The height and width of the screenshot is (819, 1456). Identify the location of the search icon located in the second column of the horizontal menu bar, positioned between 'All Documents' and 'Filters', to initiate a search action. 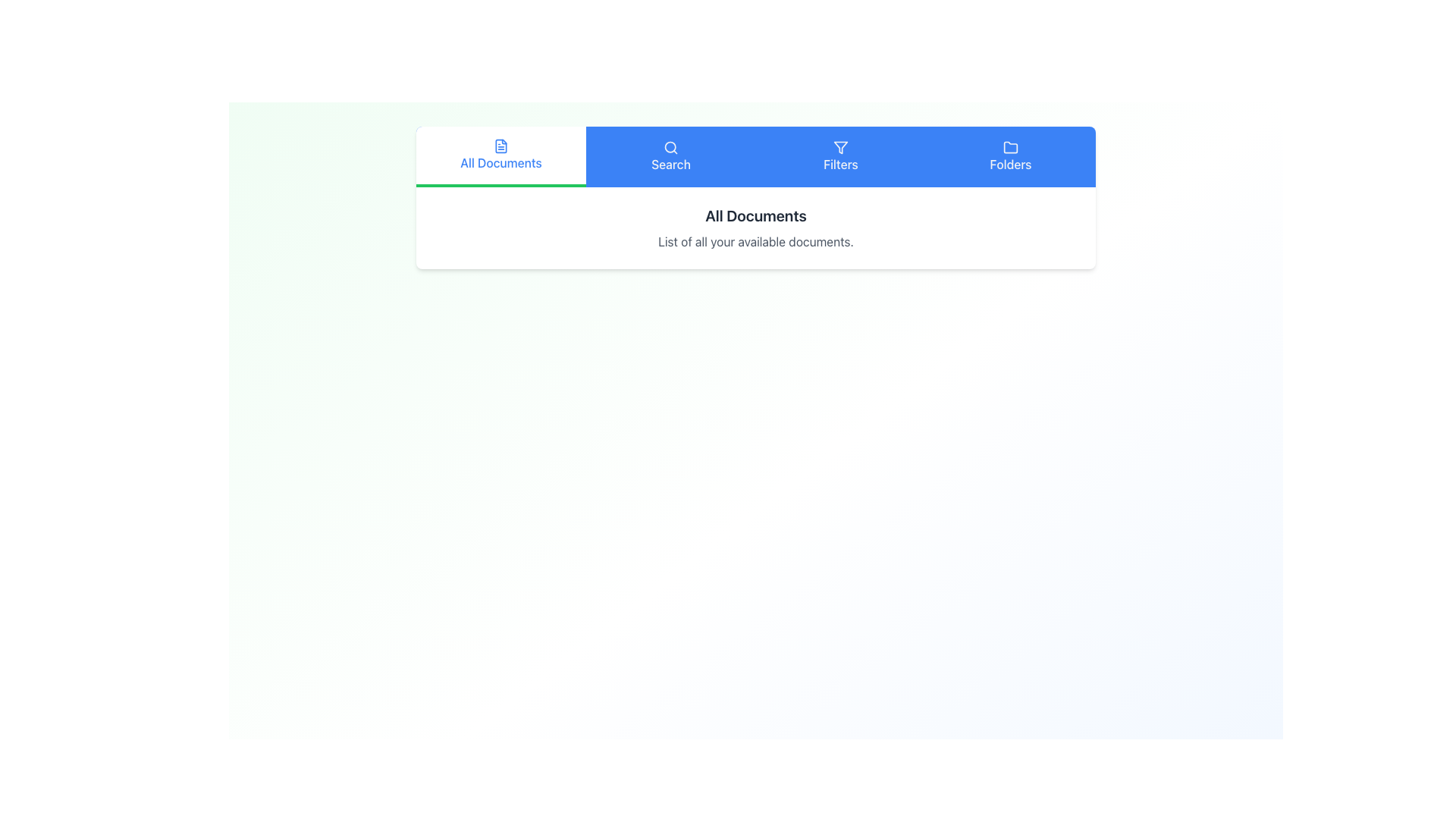
(670, 148).